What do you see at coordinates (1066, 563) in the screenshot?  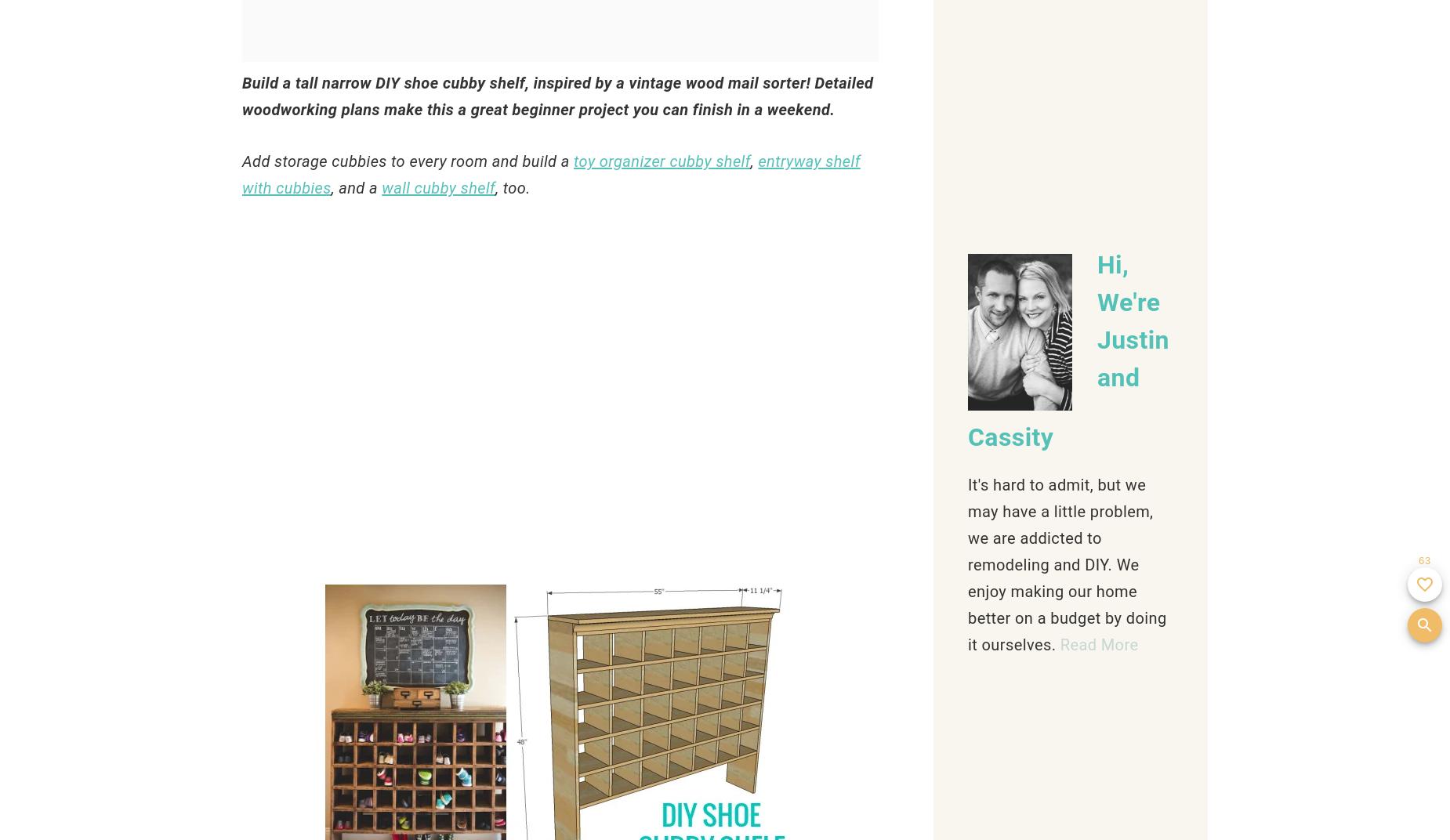 I see `'It's hard to admit, but we may have a little problem, we are addicted to remodeling and DIY. We enjoy making our home better on a budget by doing it ourselves.'` at bounding box center [1066, 563].